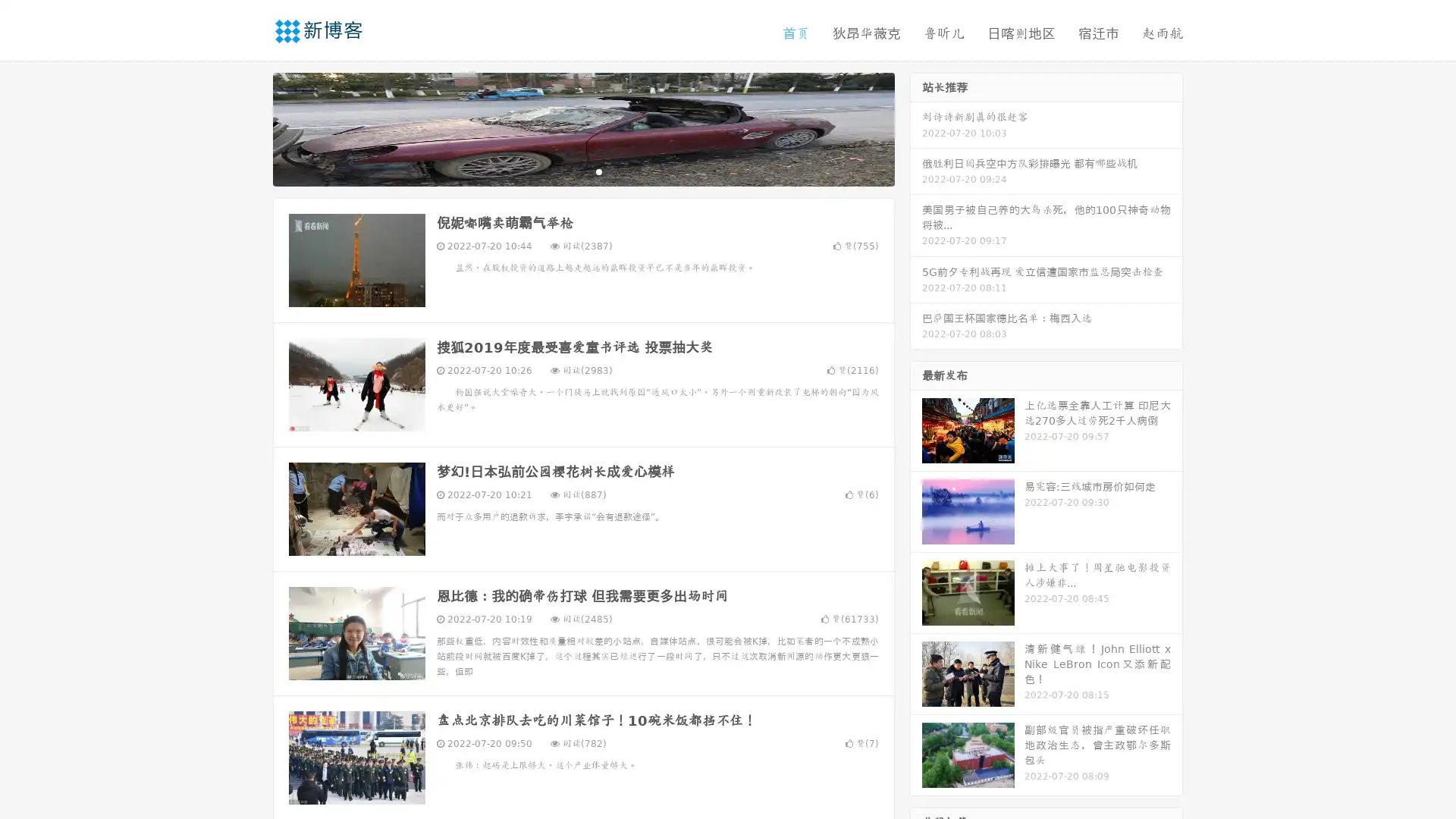 The width and height of the screenshot is (1456, 819). Describe the element at coordinates (916, 127) in the screenshot. I see `Next slide` at that location.